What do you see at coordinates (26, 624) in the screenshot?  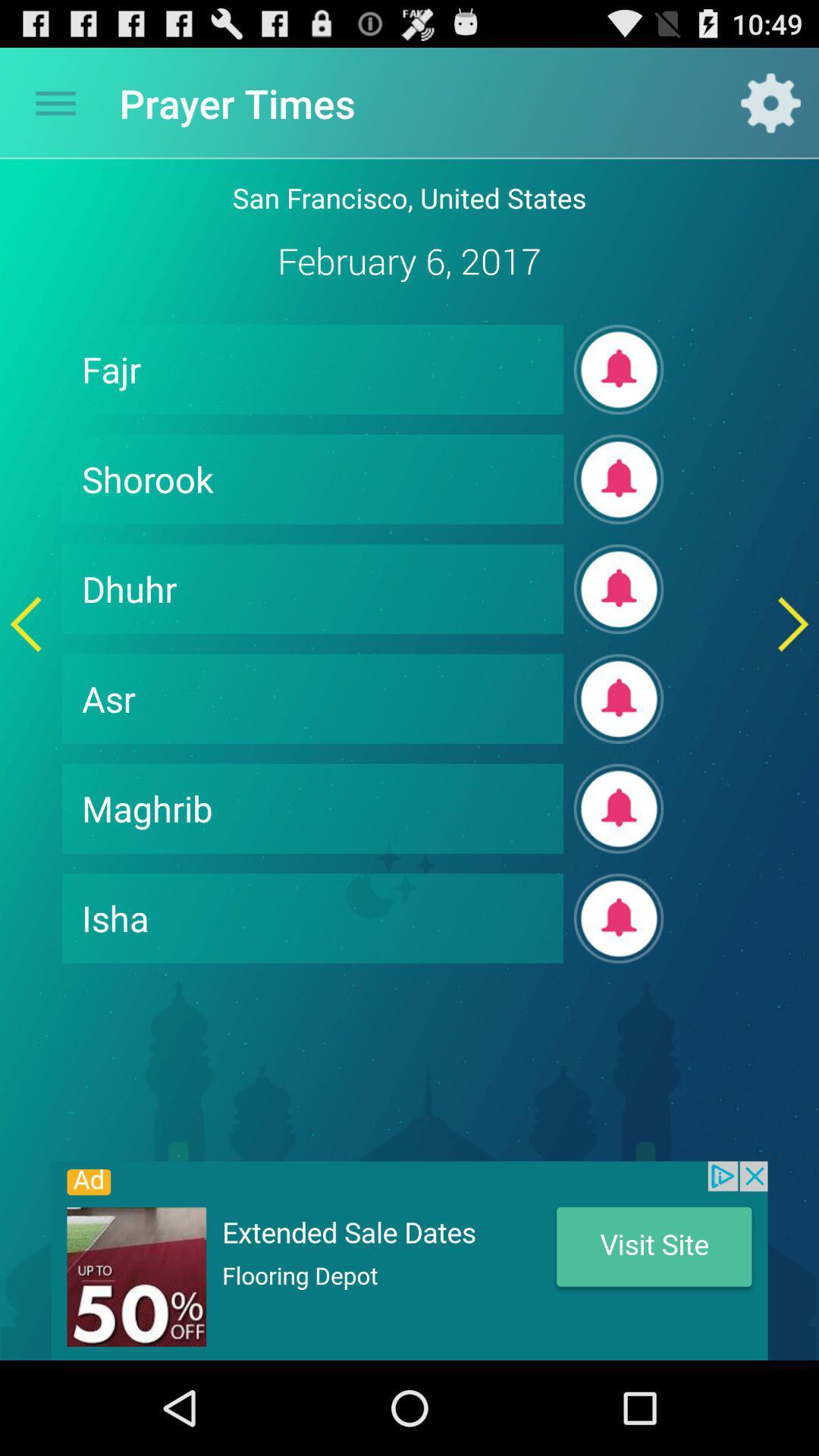 I see `go back` at bounding box center [26, 624].